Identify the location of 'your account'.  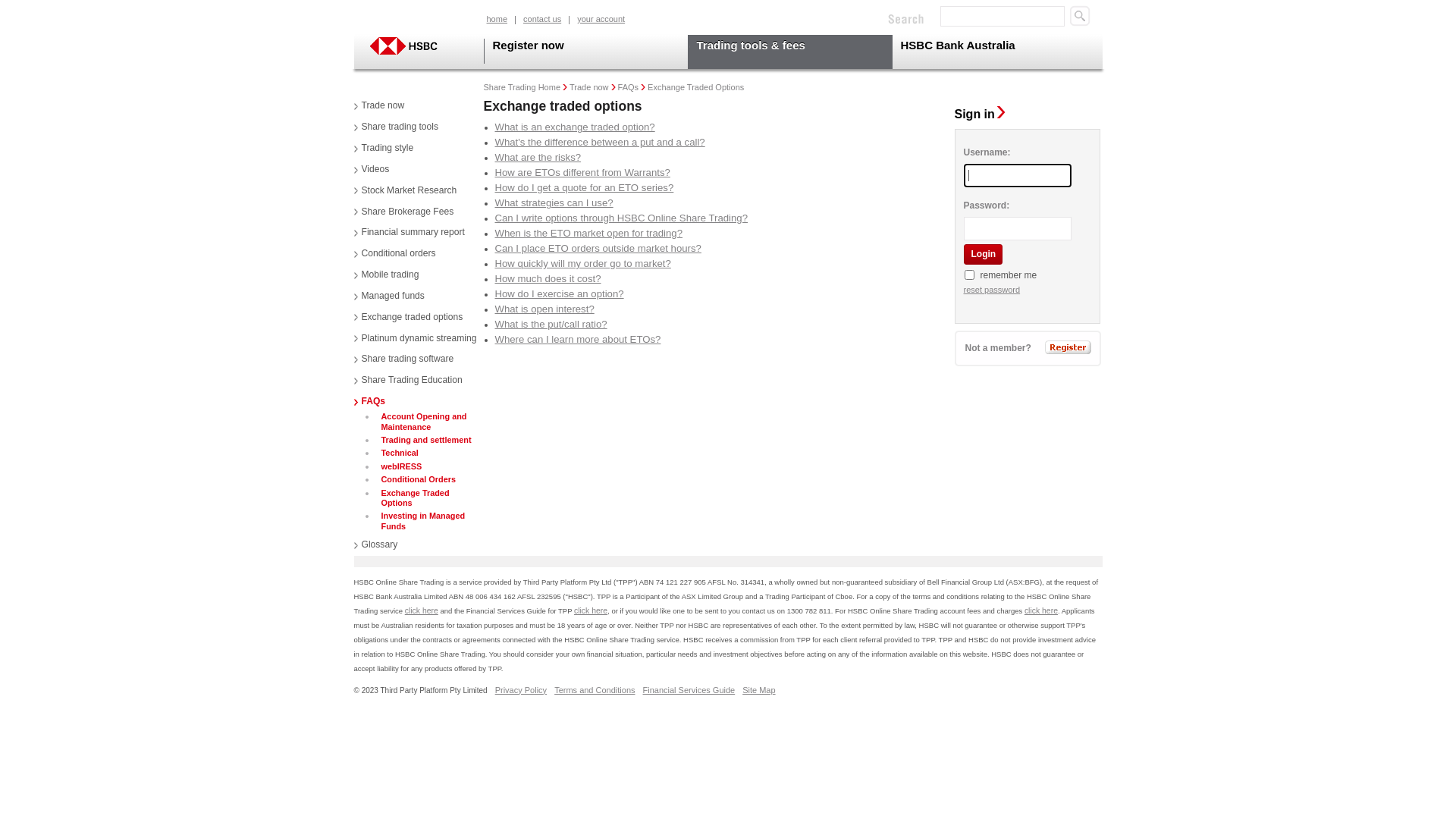
(600, 20).